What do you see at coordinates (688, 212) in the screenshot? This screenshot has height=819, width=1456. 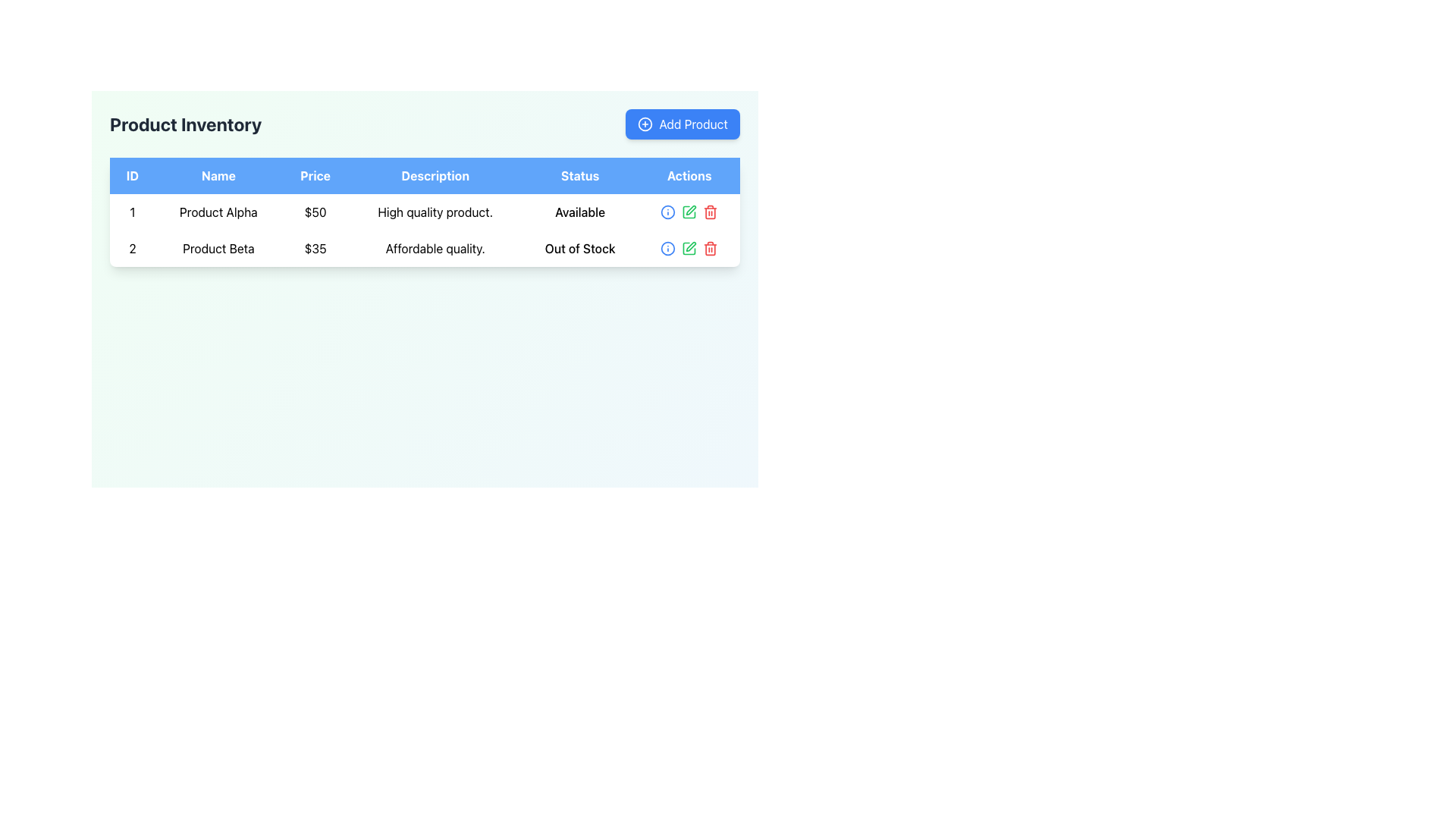 I see `the edit icon button located in the 'Actions' column of the second row to initiate edit mode` at bounding box center [688, 212].